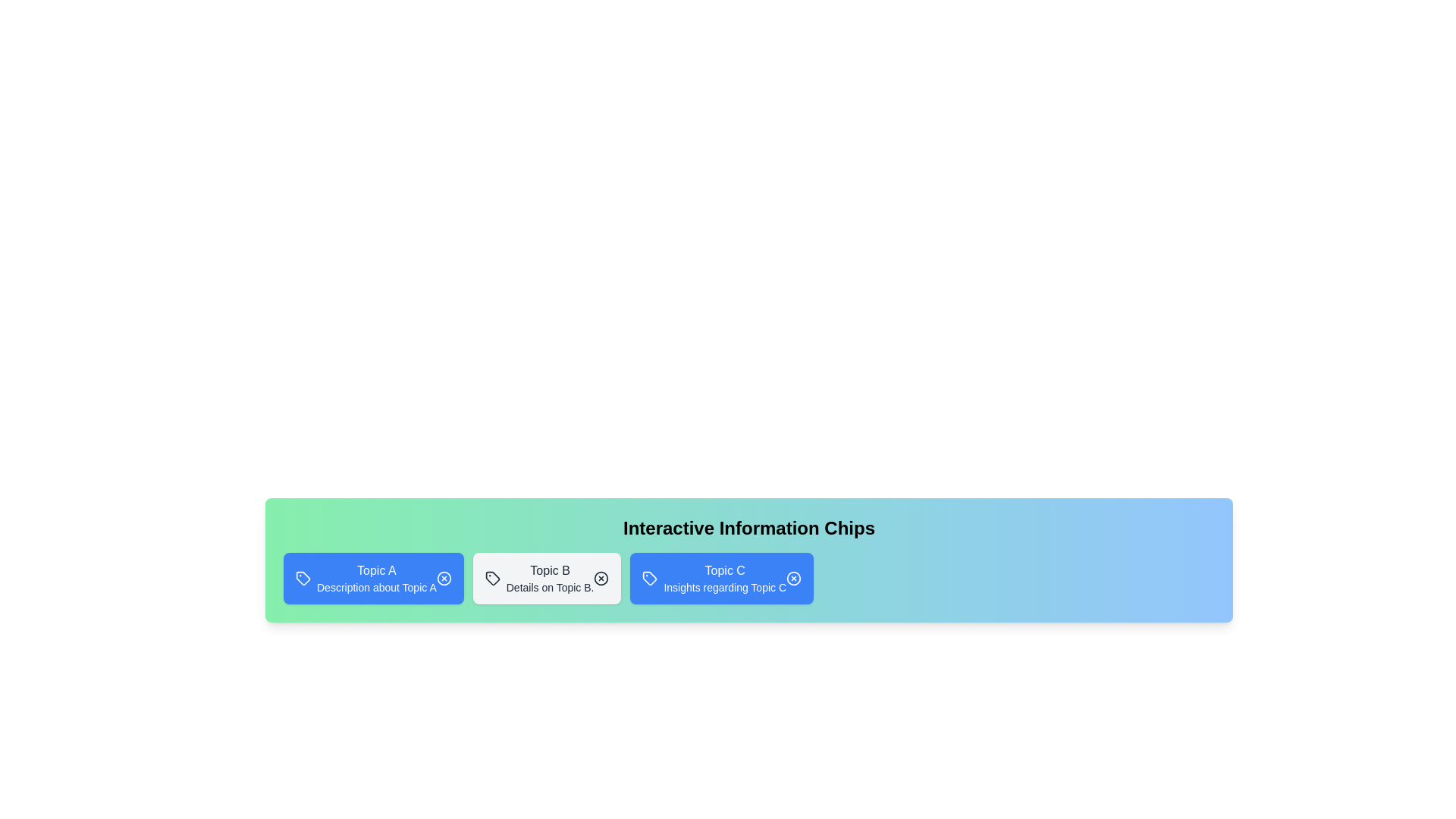  I want to click on the chip labeled Topic B to observe its hover effect, so click(546, 579).